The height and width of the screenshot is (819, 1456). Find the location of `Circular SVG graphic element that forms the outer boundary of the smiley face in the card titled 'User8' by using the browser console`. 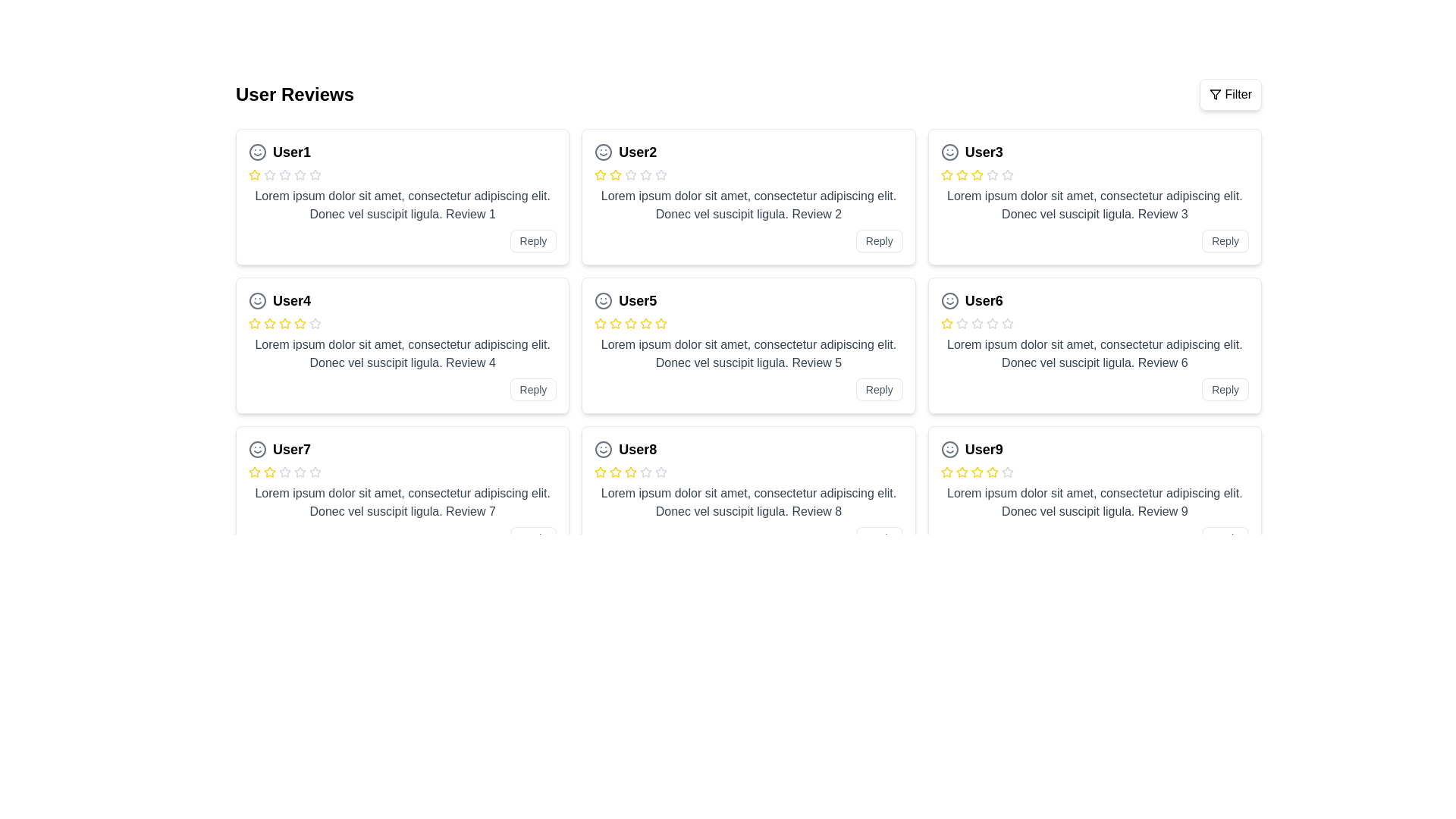

Circular SVG graphic element that forms the outer boundary of the smiley face in the card titled 'User8' by using the browser console is located at coordinates (603, 449).